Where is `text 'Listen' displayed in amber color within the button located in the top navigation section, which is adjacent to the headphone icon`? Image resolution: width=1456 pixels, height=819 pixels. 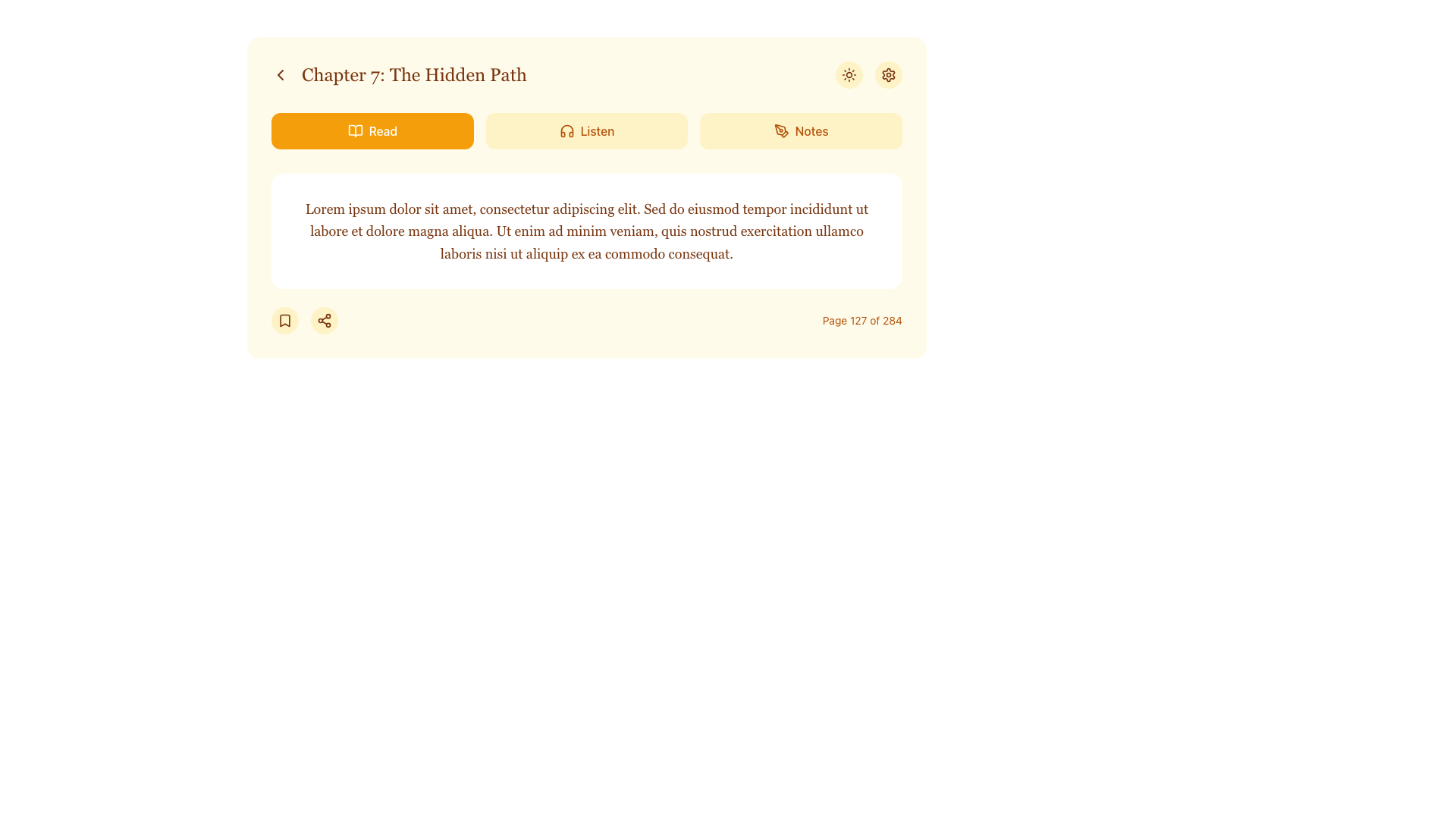
text 'Listen' displayed in amber color within the button located in the top navigation section, which is adjacent to the headphone icon is located at coordinates (596, 130).